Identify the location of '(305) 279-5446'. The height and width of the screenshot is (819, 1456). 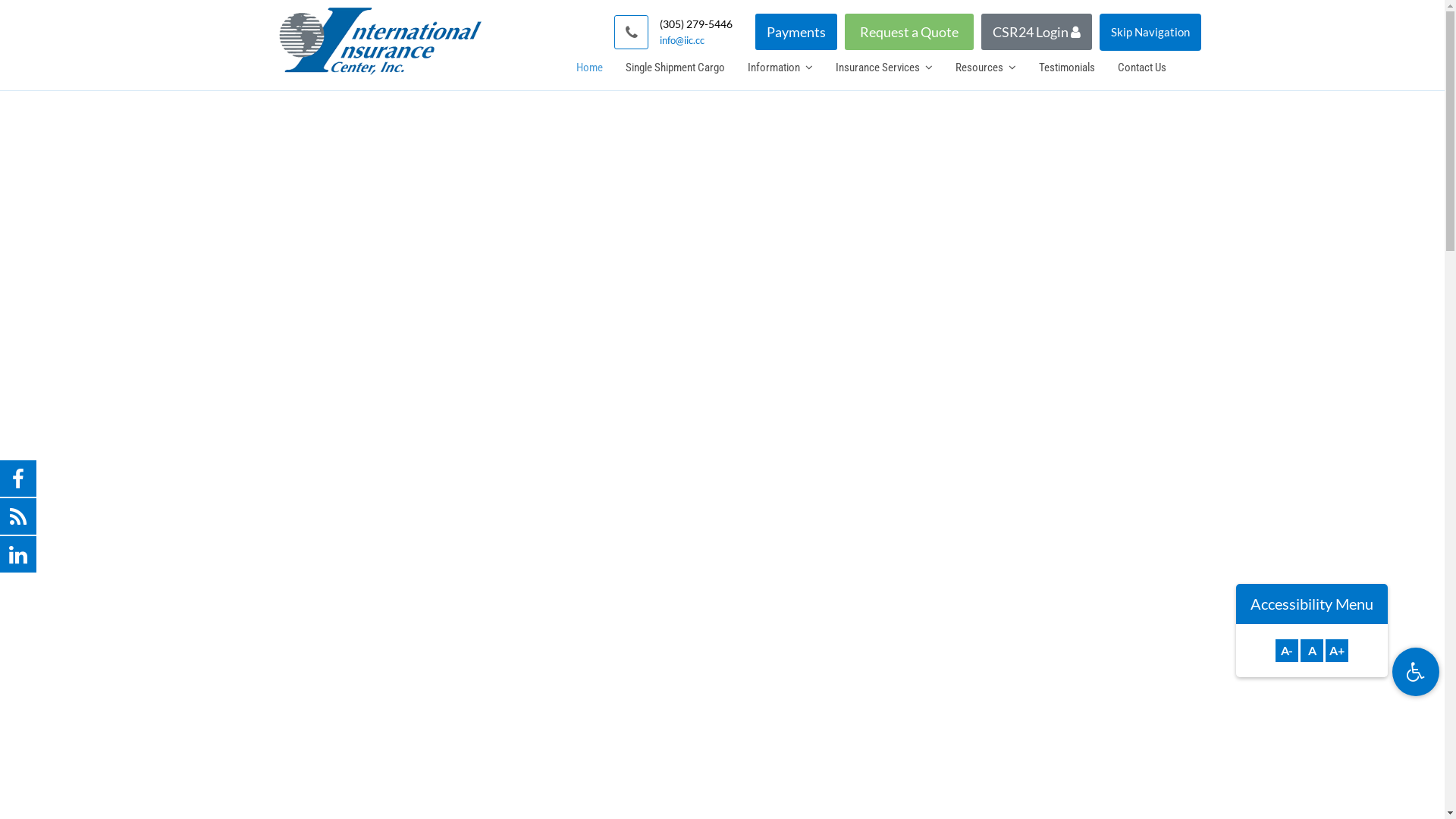
(695, 24).